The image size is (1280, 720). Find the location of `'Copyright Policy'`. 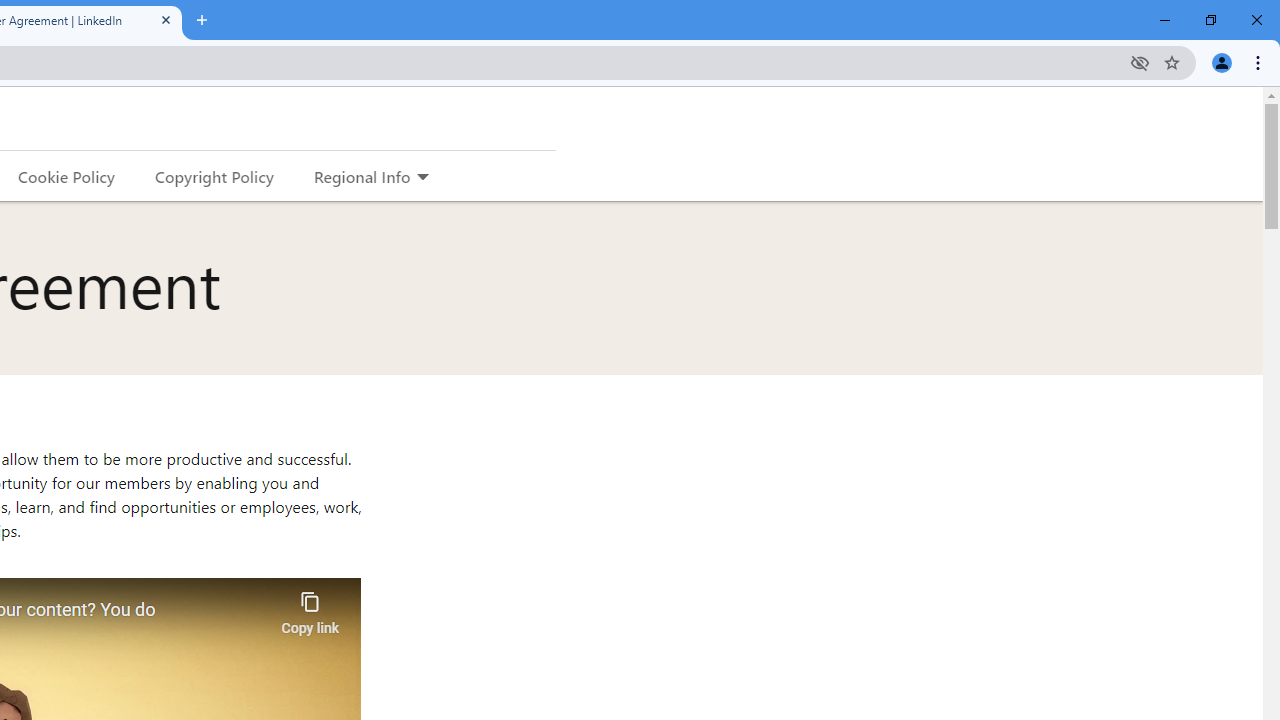

'Copyright Policy' is located at coordinates (213, 175).